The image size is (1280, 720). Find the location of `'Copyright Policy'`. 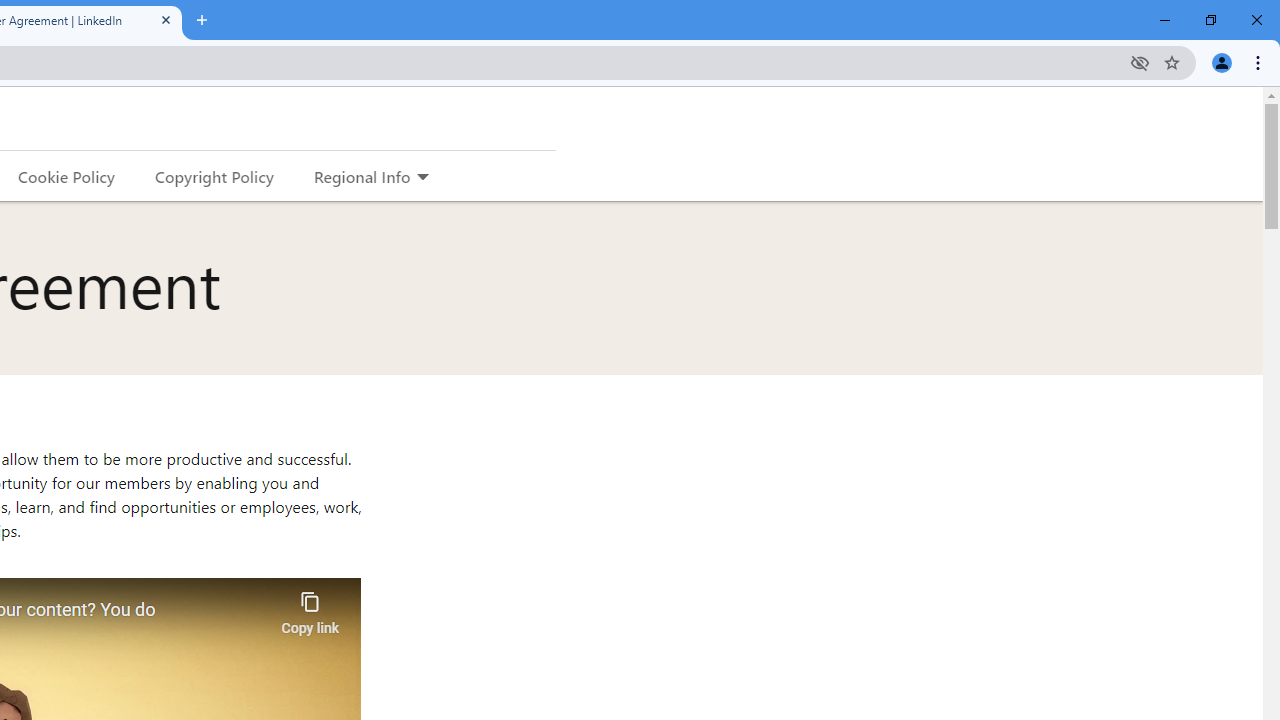

'Copyright Policy' is located at coordinates (213, 175).